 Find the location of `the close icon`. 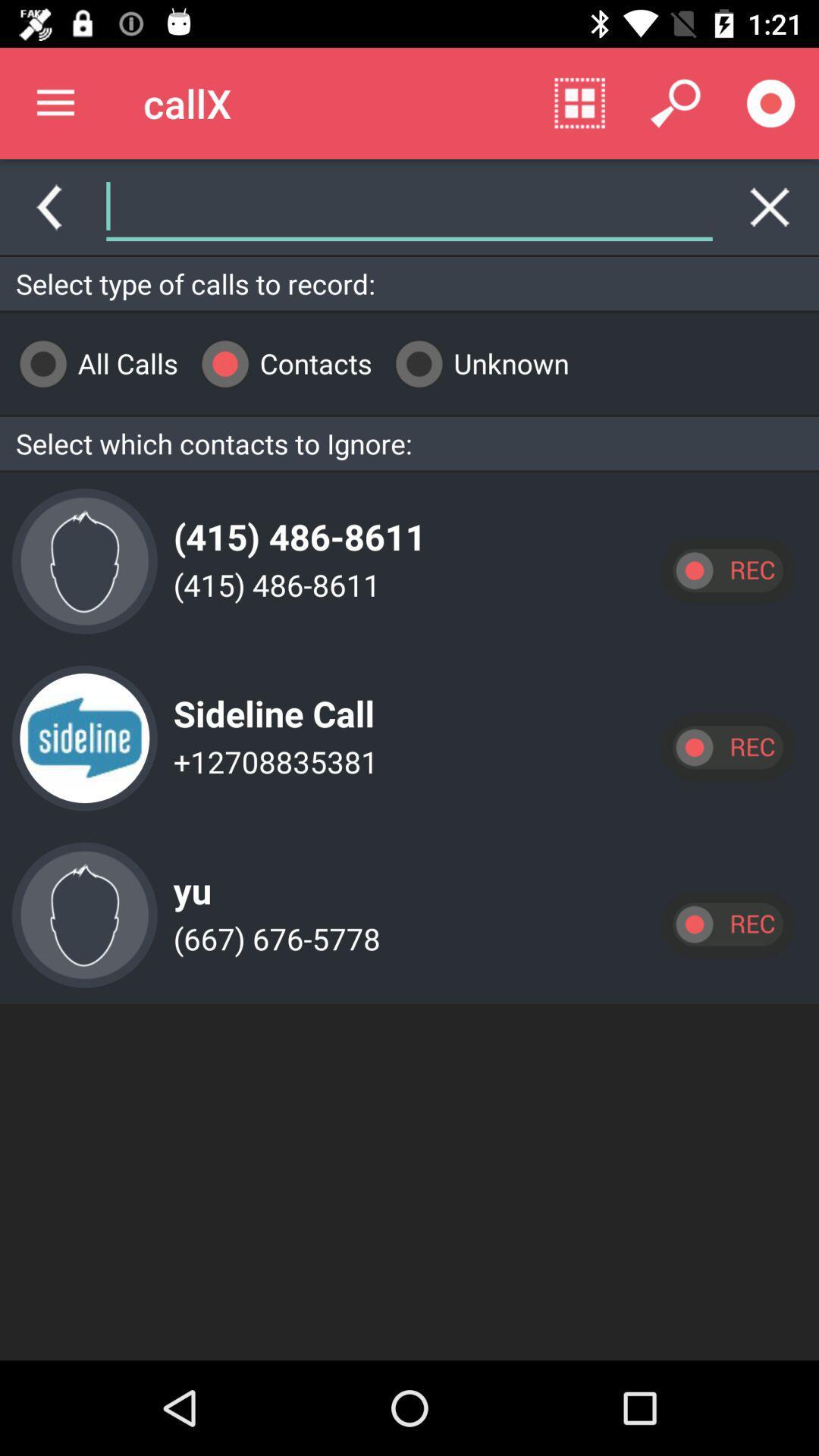

the close icon is located at coordinates (770, 206).